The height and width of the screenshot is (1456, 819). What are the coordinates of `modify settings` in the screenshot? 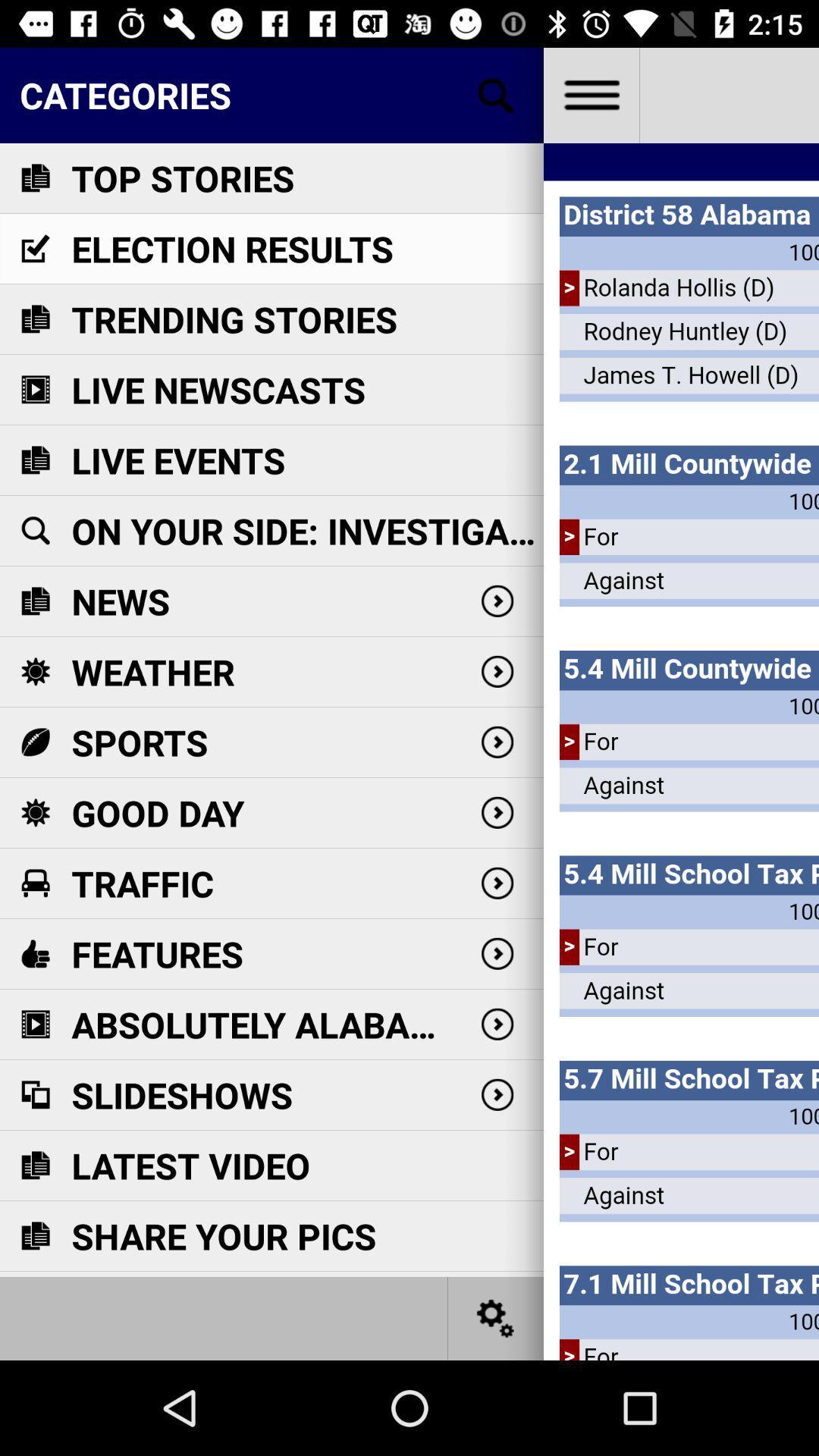 It's located at (496, 1317).